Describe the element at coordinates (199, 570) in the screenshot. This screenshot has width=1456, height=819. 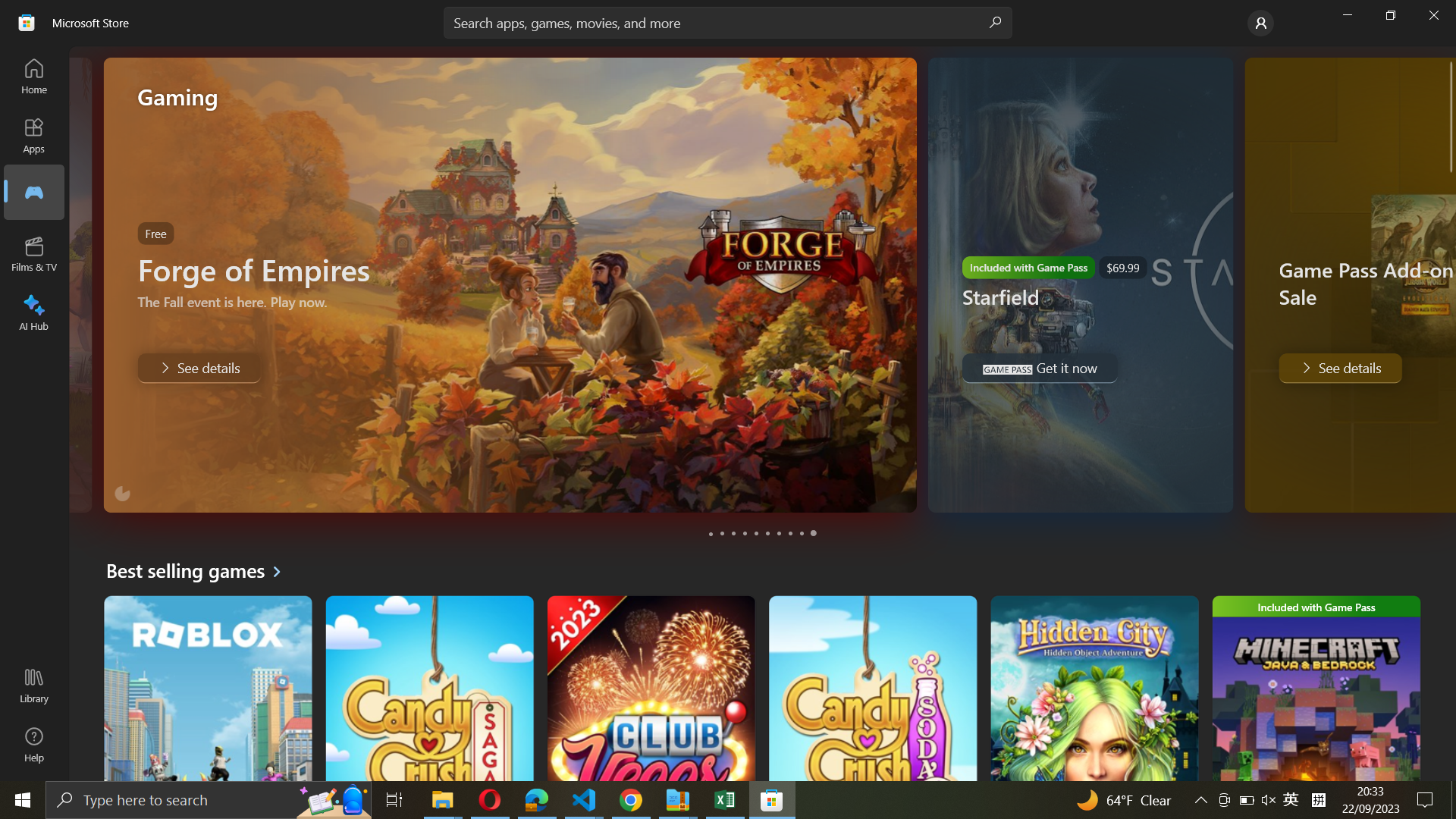
I see `the highest selling games` at that location.